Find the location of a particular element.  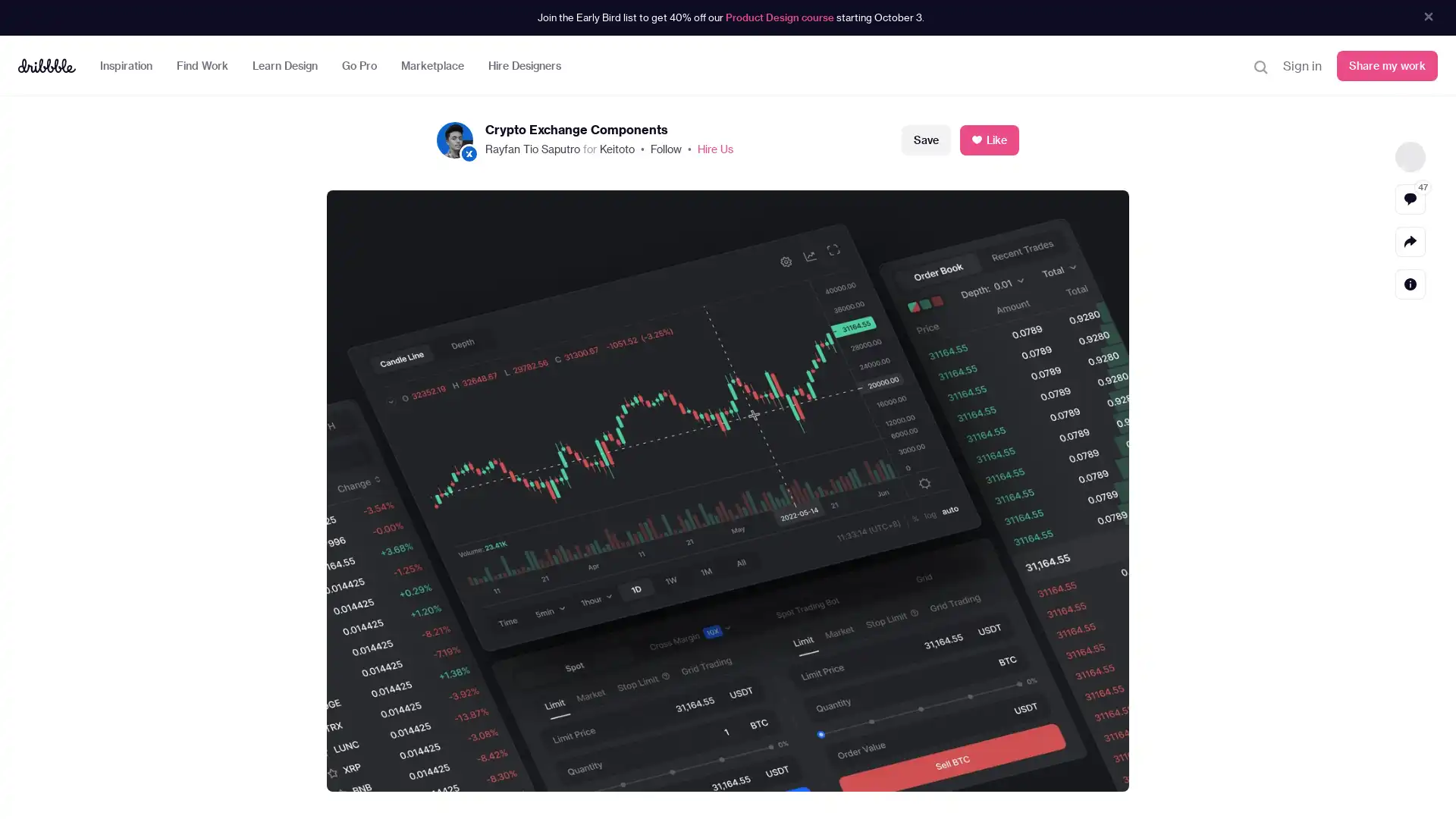

View comments 47 is located at coordinates (1410, 198).